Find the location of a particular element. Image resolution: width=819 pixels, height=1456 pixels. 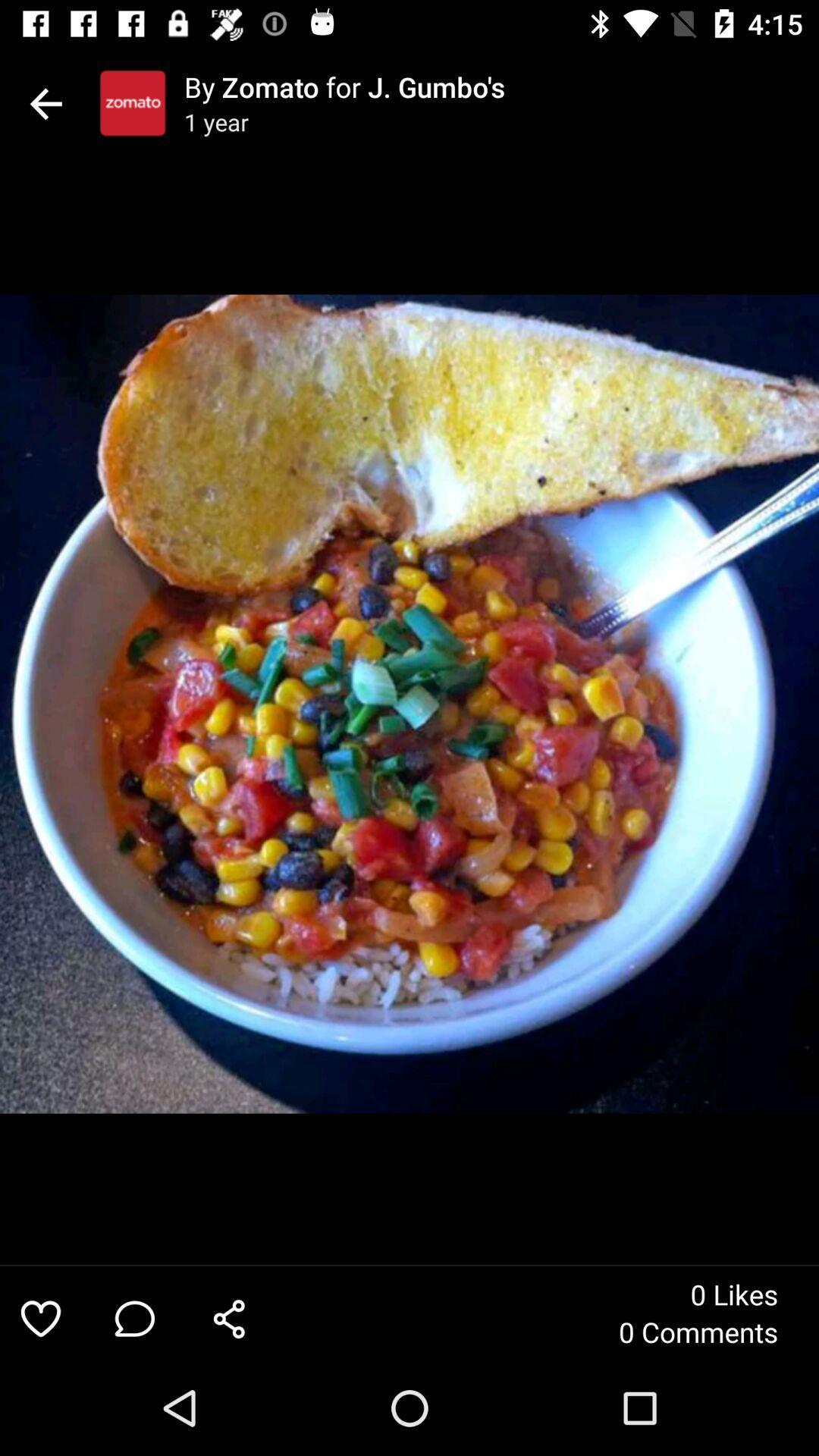

the icon to the left of the by zomato for item is located at coordinates (132, 102).